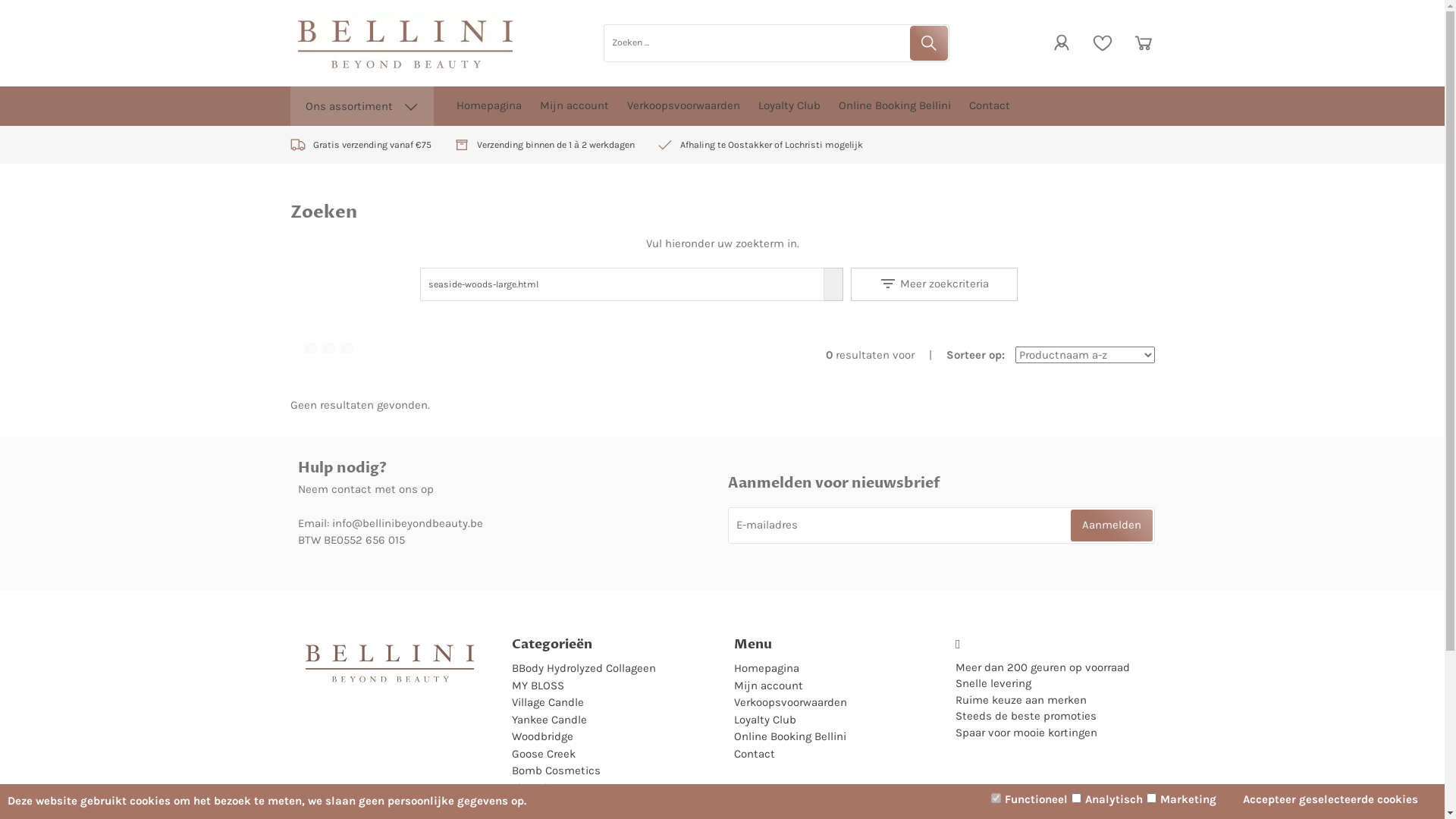 This screenshot has width=1456, height=819. Describe the element at coordinates (682, 105) in the screenshot. I see `'Verkoopsvoorwaarden'` at that location.